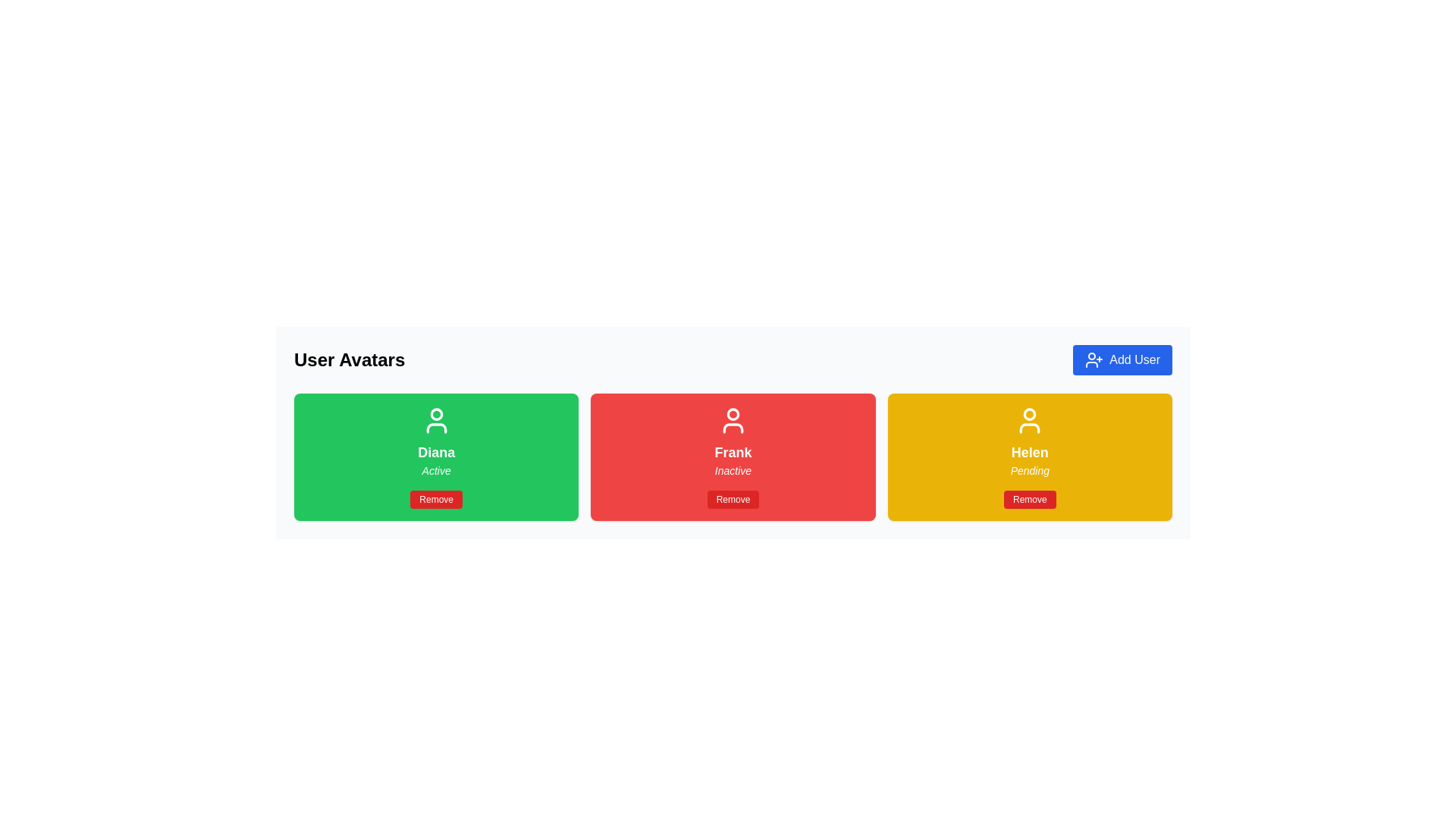  I want to click on the user's name displayed in the third user information card, which is centrally located within a yellow card, positioned below an icon and above the italic text 'Pending', so click(1030, 452).